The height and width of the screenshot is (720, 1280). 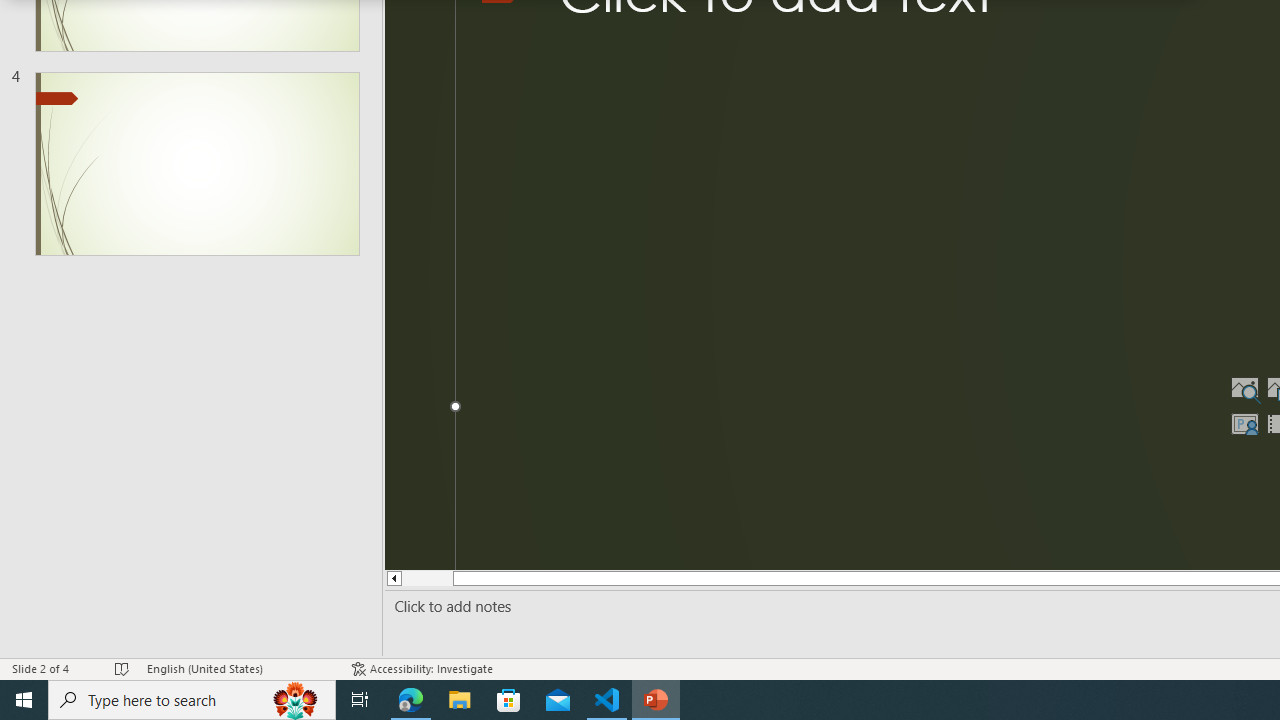 I want to click on 'Stock Images', so click(x=1243, y=388).